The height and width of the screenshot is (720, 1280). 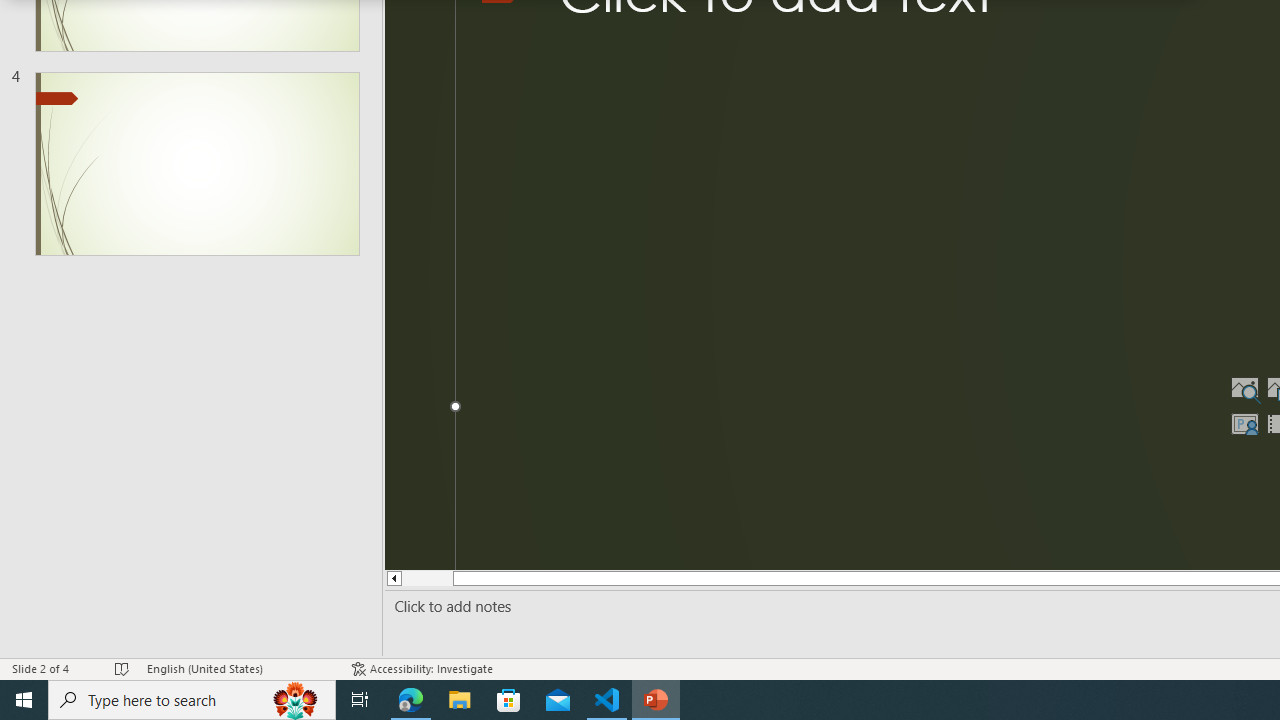 I want to click on 'Stock Images', so click(x=1243, y=388).